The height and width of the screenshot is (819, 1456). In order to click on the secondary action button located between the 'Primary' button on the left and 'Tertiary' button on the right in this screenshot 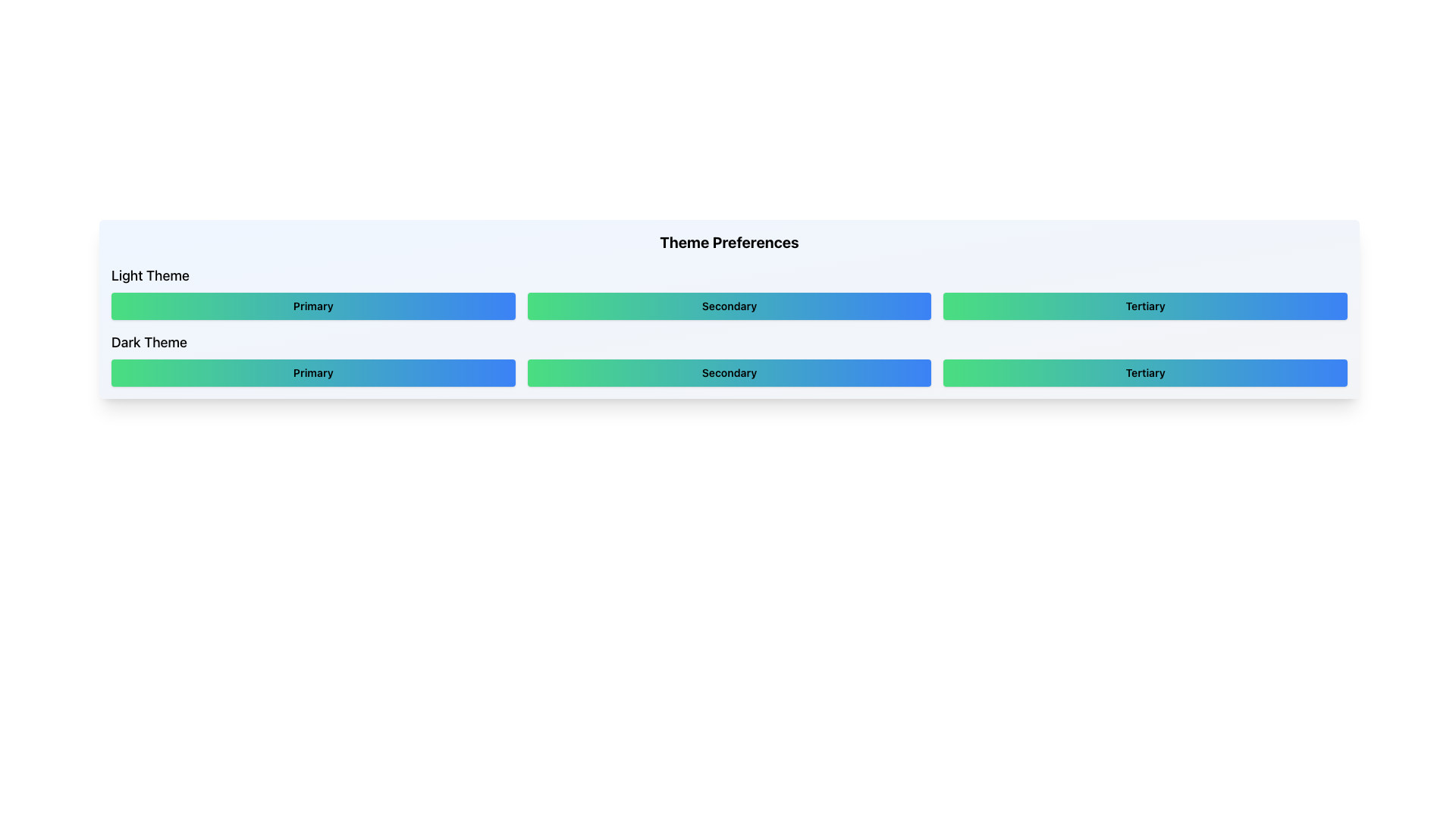, I will do `click(729, 306)`.